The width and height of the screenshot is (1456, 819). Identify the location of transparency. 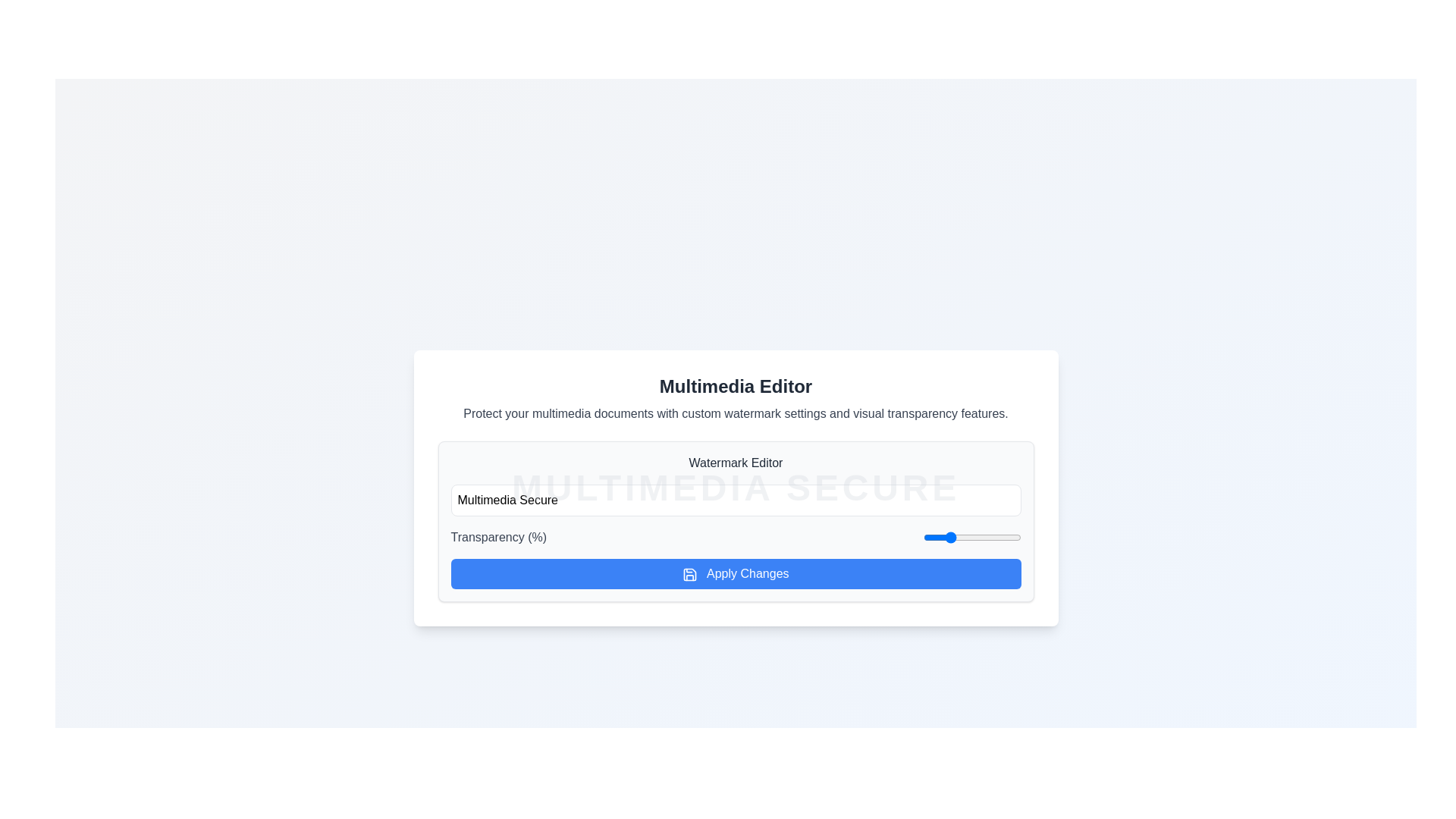
(979, 537).